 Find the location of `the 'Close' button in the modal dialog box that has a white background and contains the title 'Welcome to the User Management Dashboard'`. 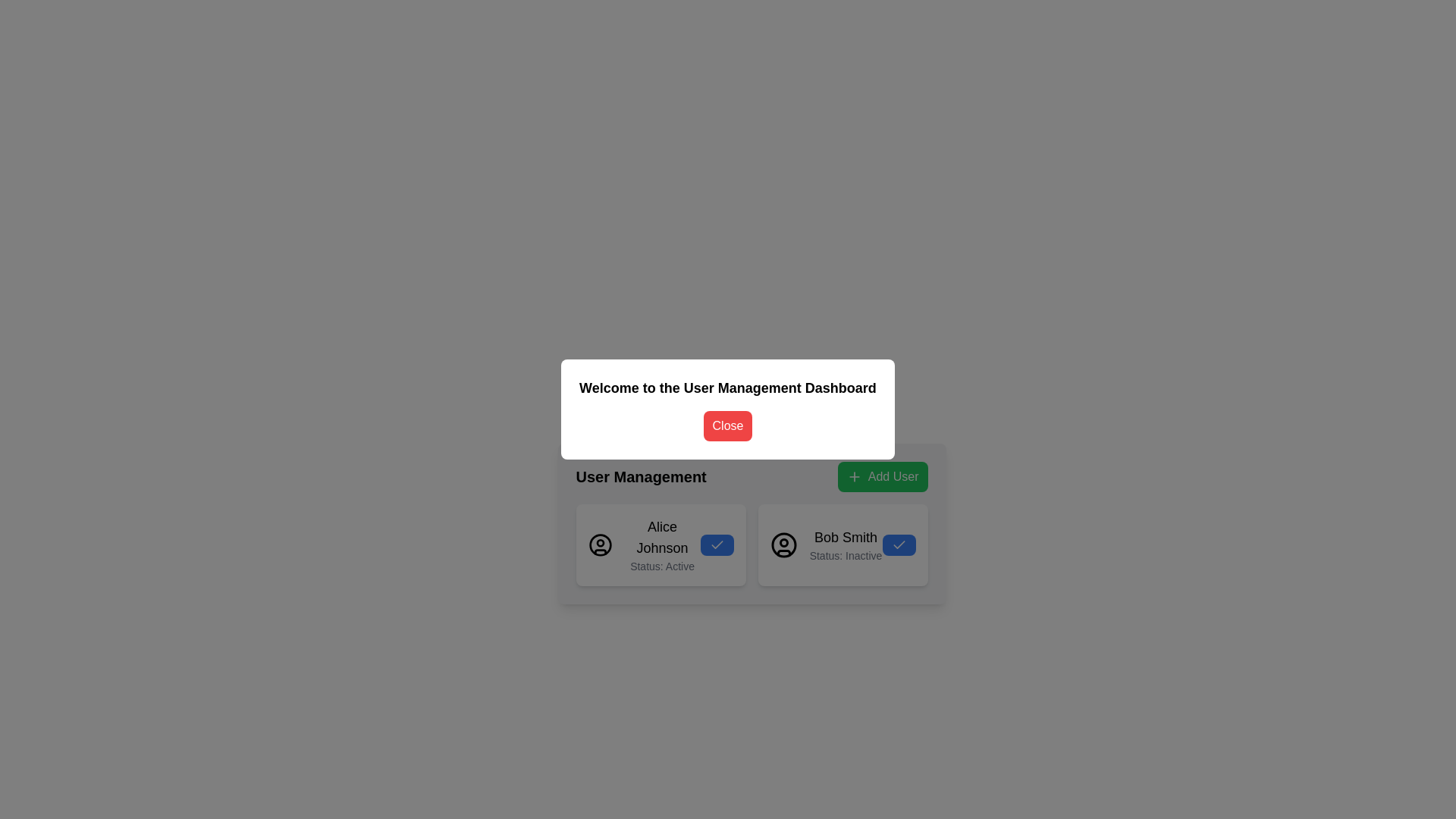

the 'Close' button in the modal dialog box that has a white background and contains the title 'Welcome to the User Management Dashboard' is located at coordinates (728, 409).